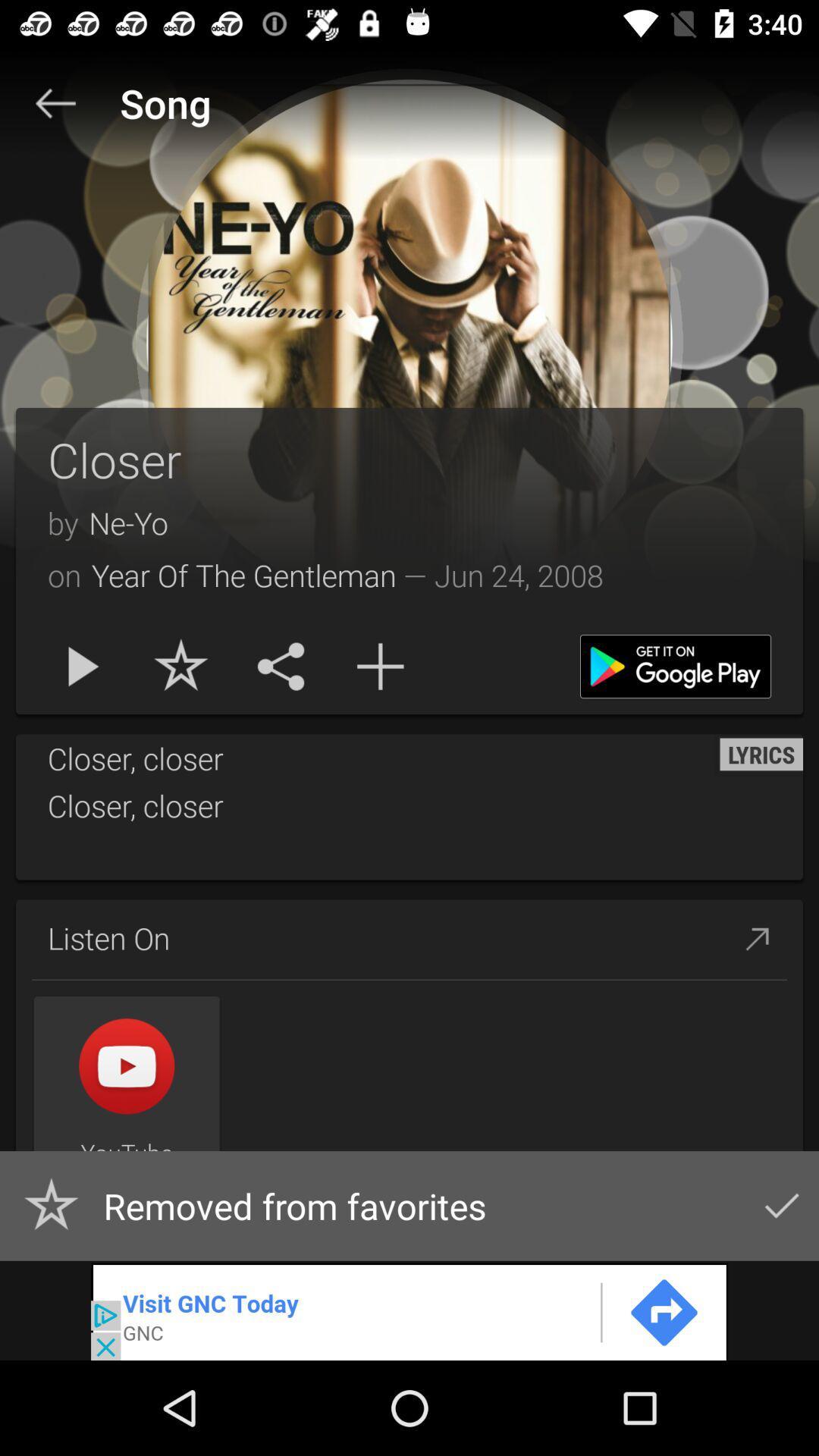  I want to click on the star icon, so click(180, 666).